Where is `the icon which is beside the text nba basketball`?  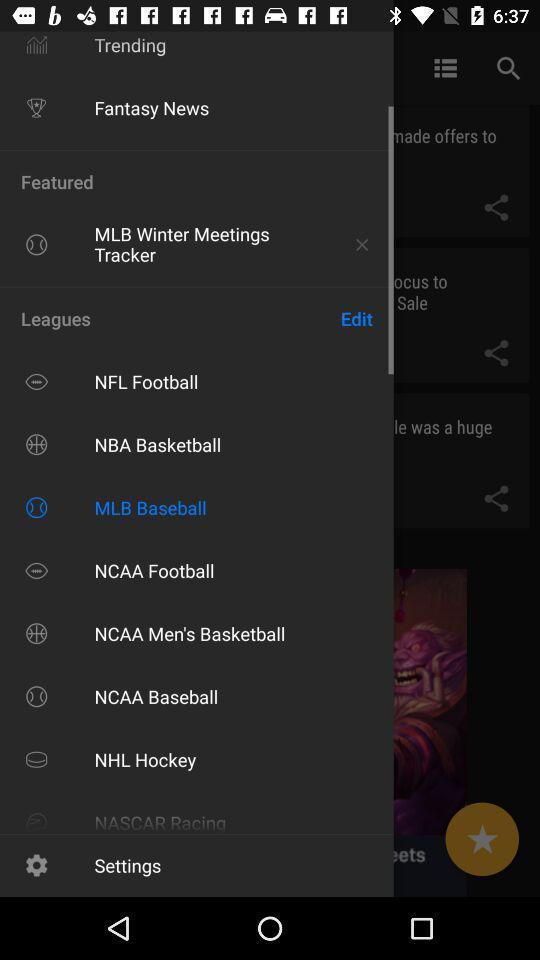
the icon which is beside the text nba basketball is located at coordinates (36, 444).